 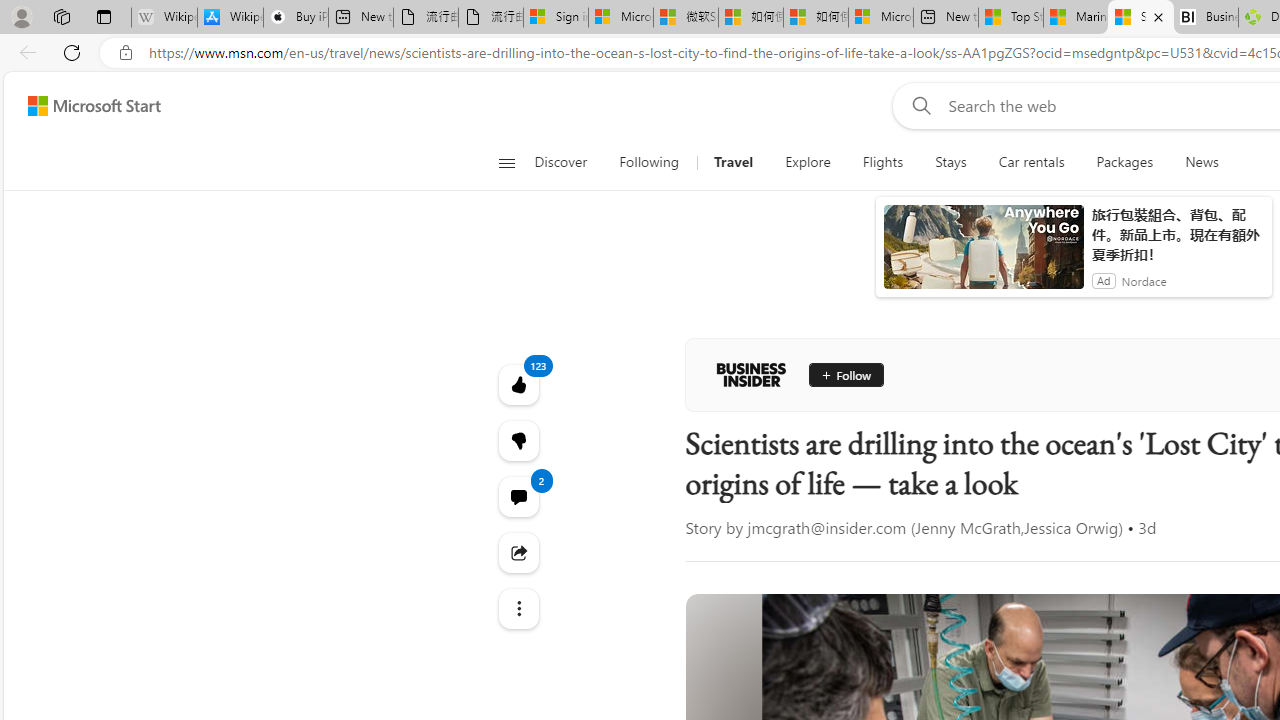 I want to click on 'Class: button-glyph', so click(x=506, y=162).